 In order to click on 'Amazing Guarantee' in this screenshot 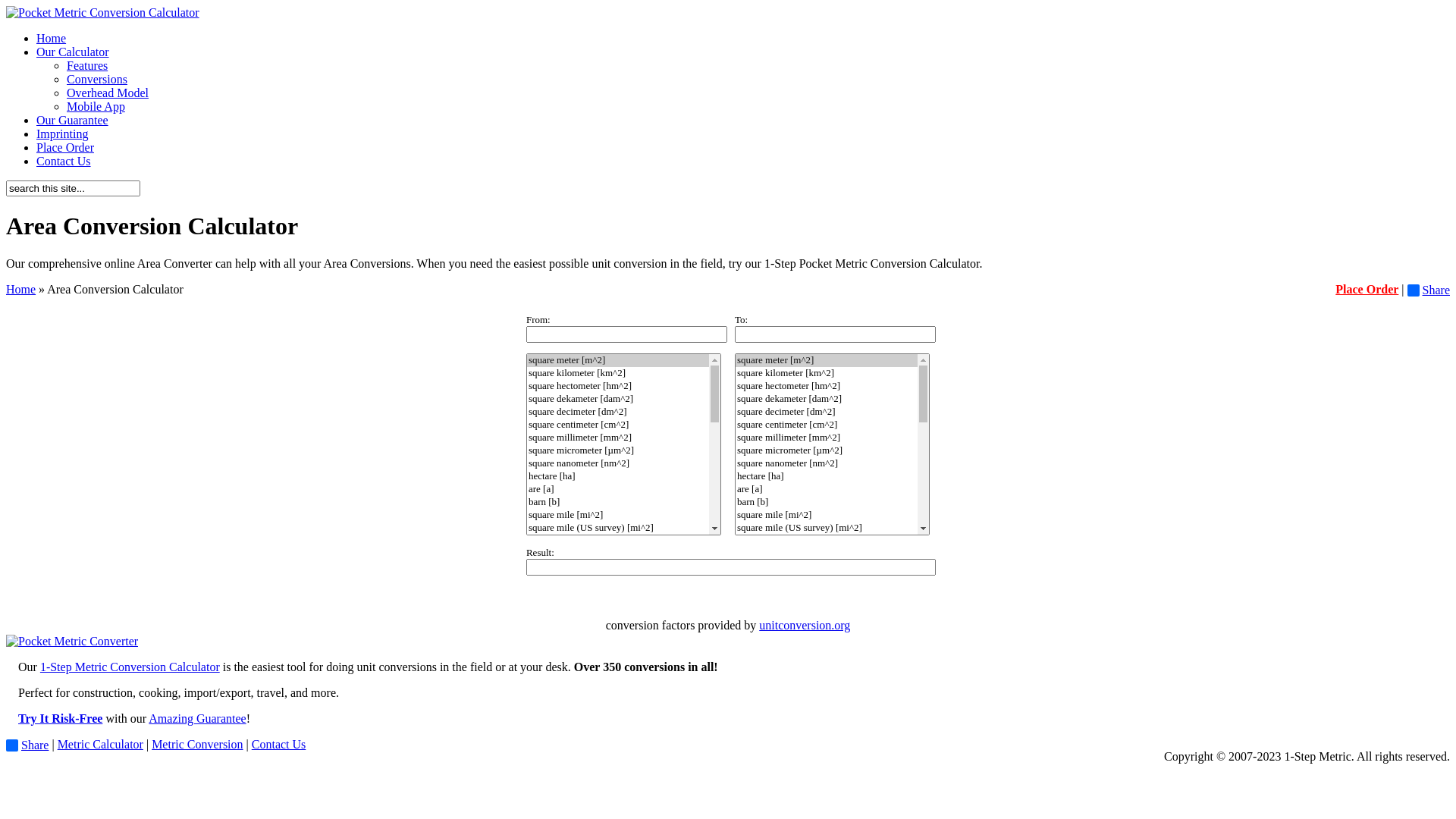, I will do `click(149, 717)`.